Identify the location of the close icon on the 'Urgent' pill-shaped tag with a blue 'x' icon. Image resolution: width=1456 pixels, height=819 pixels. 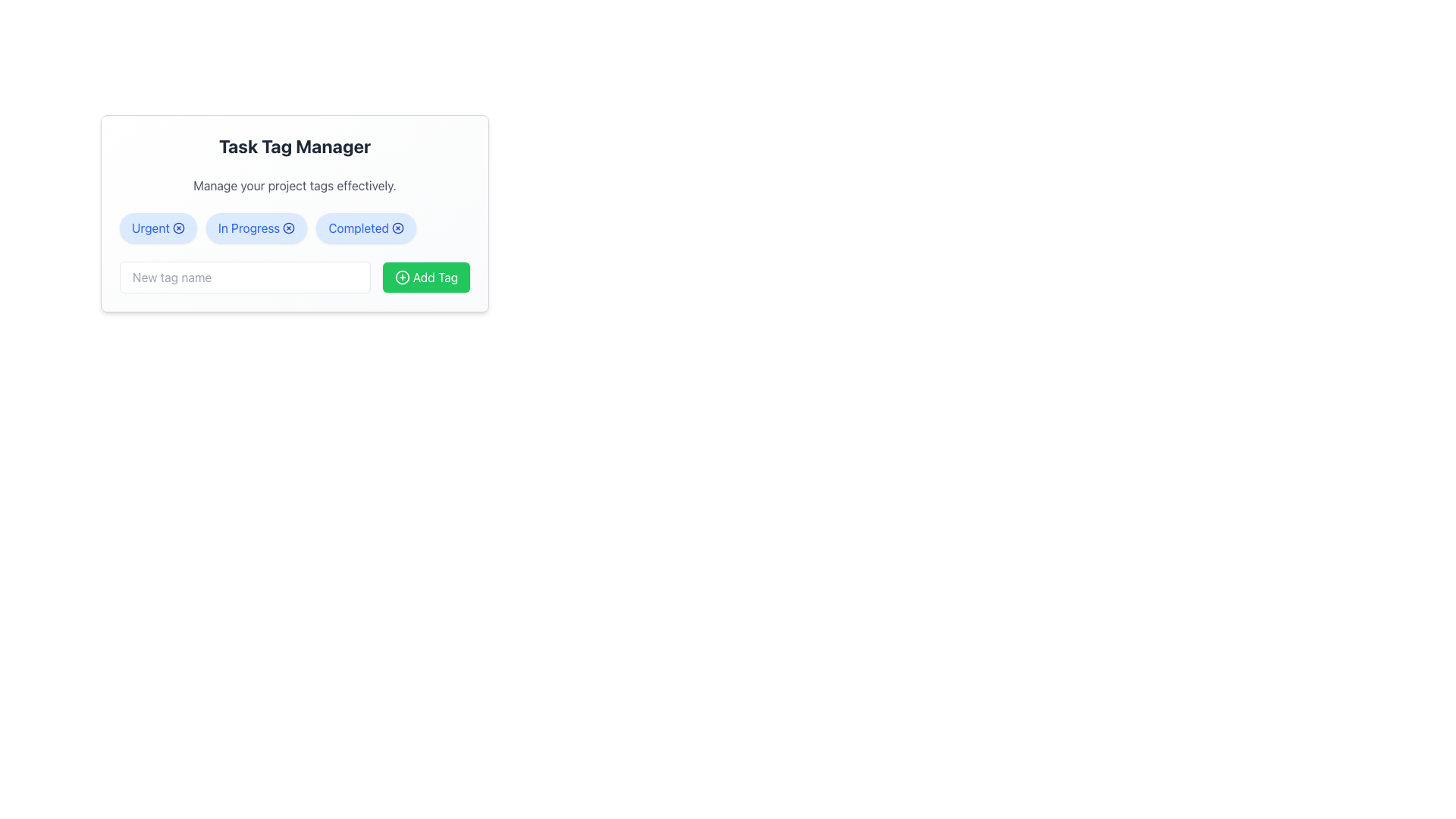
(158, 227).